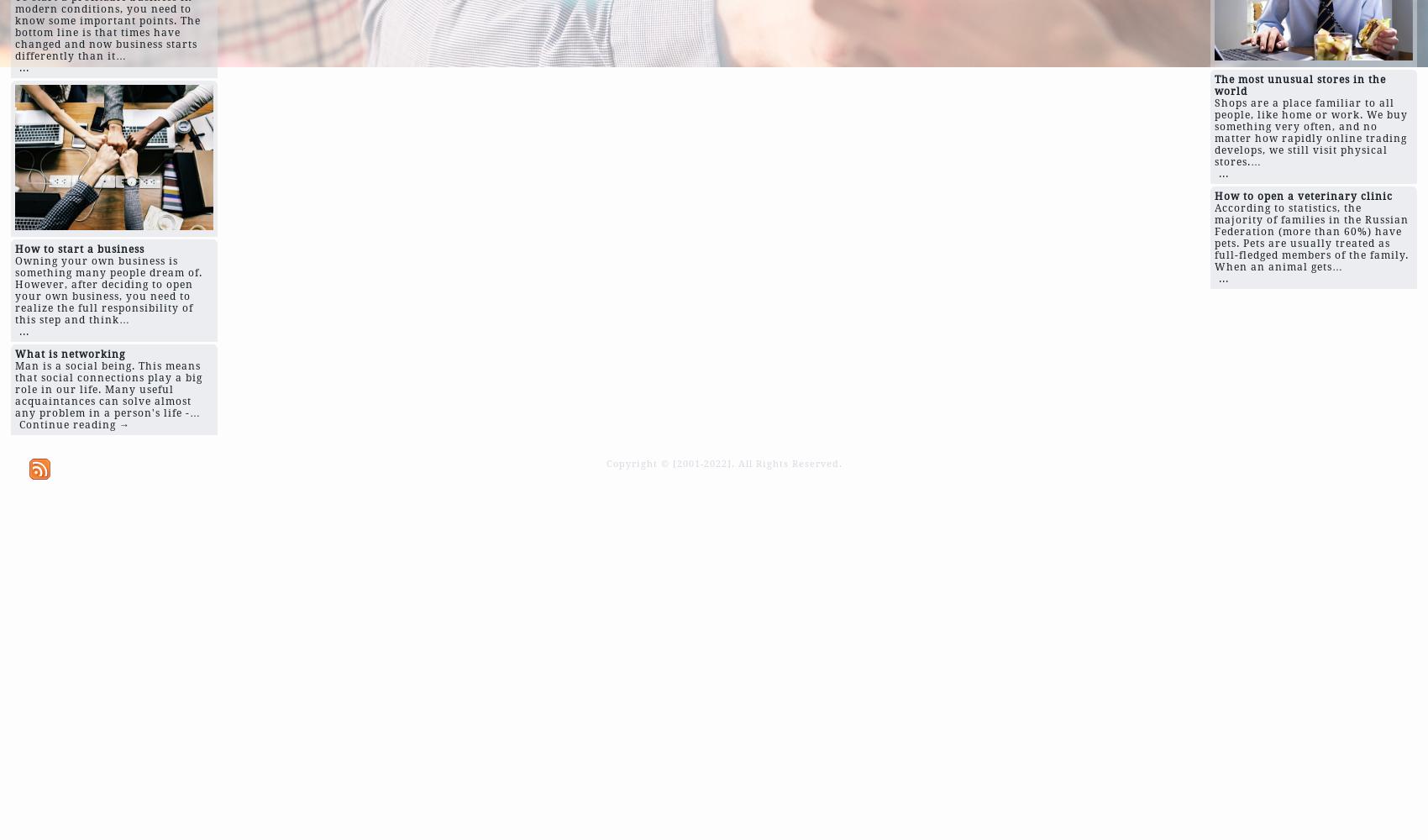  Describe the element at coordinates (15, 290) in the screenshot. I see `'Owning your own business is something many people dream of. However, after deciding to open your own business, you need to realize the full responsibility of this step and think…'` at that location.